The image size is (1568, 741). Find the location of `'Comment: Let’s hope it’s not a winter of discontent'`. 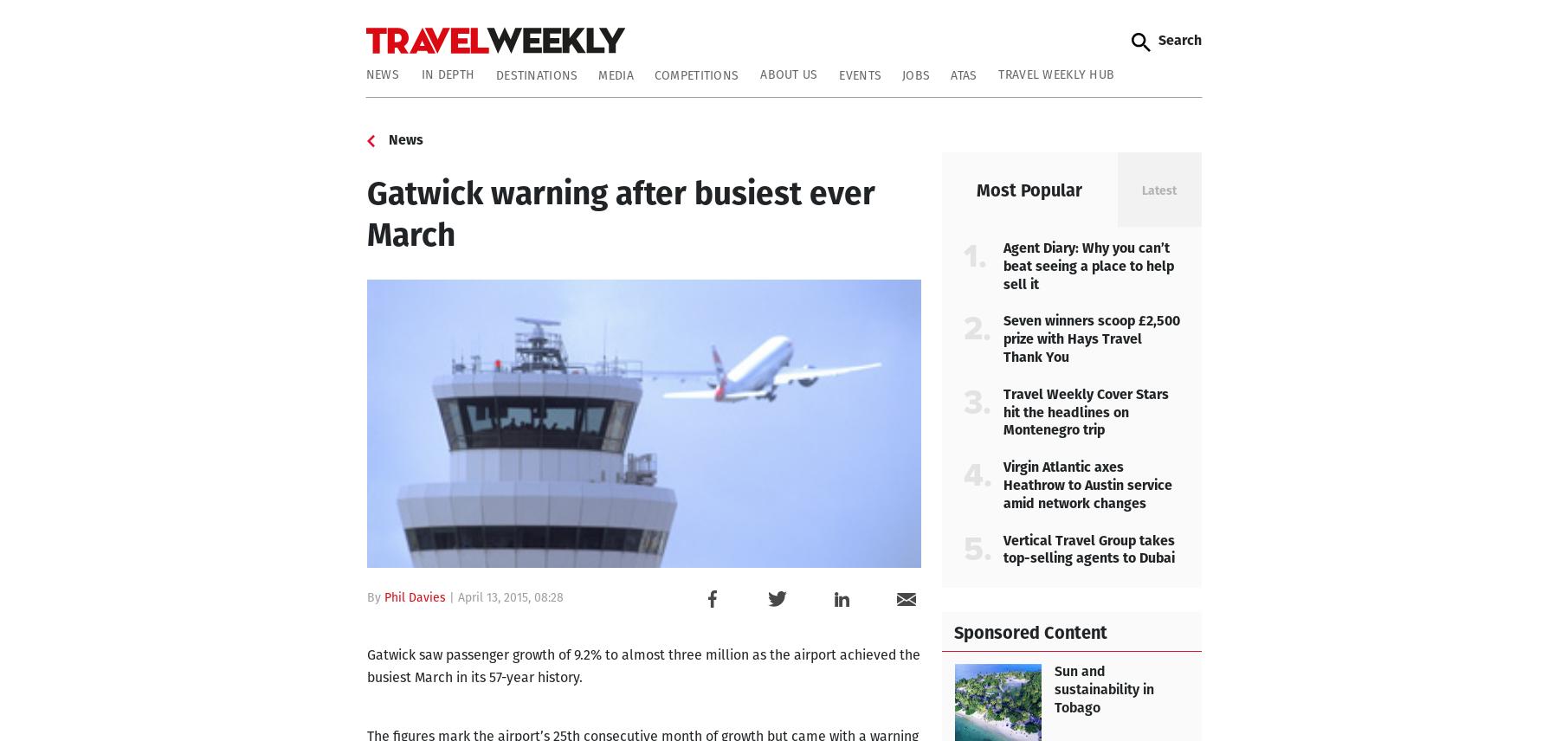

'Comment: Let’s hope it’s not a winter of discontent' is located at coordinates (539, 237).